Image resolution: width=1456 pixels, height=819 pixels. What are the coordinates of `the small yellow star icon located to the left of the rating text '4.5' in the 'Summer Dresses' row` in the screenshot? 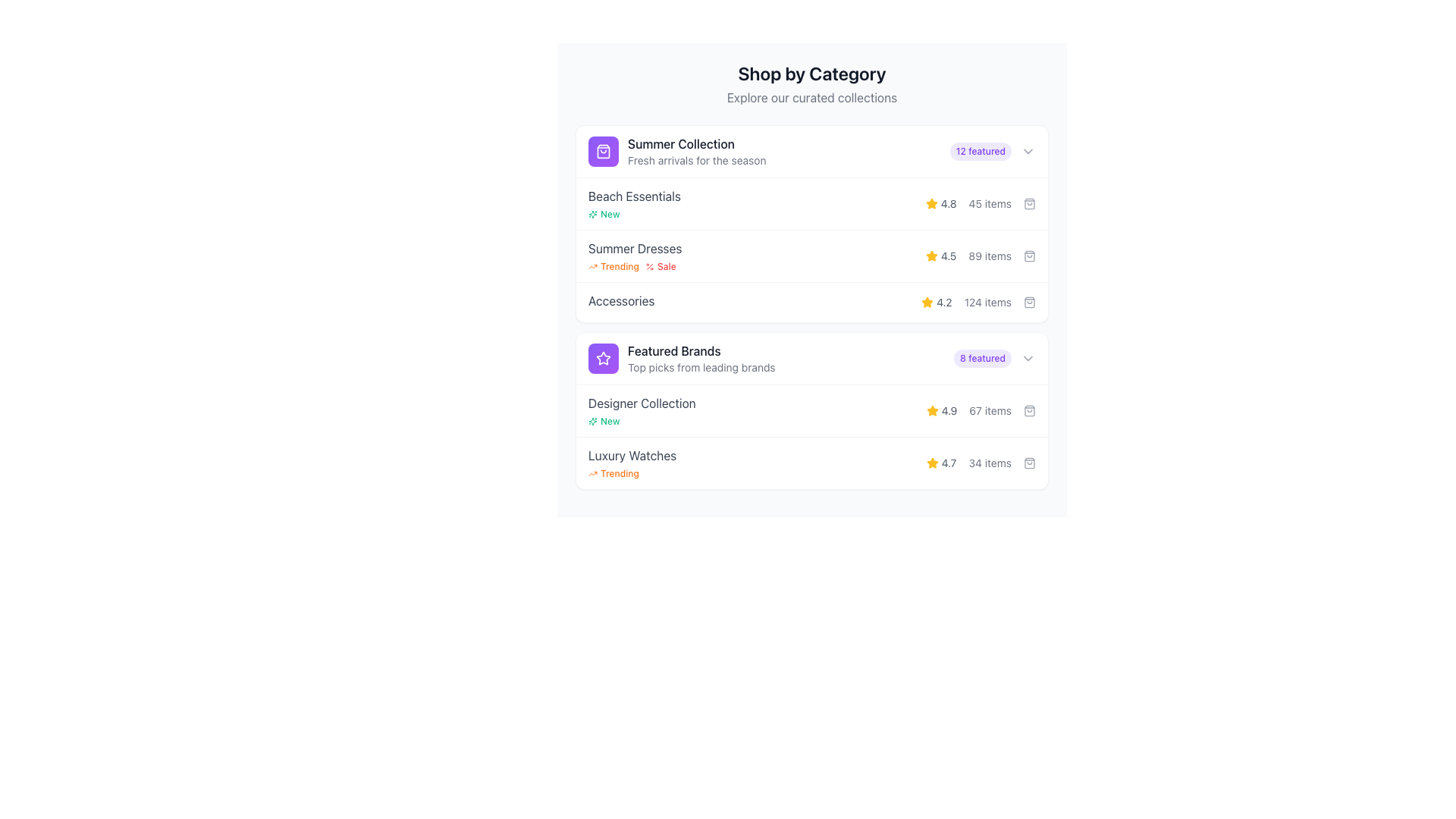 It's located at (930, 256).